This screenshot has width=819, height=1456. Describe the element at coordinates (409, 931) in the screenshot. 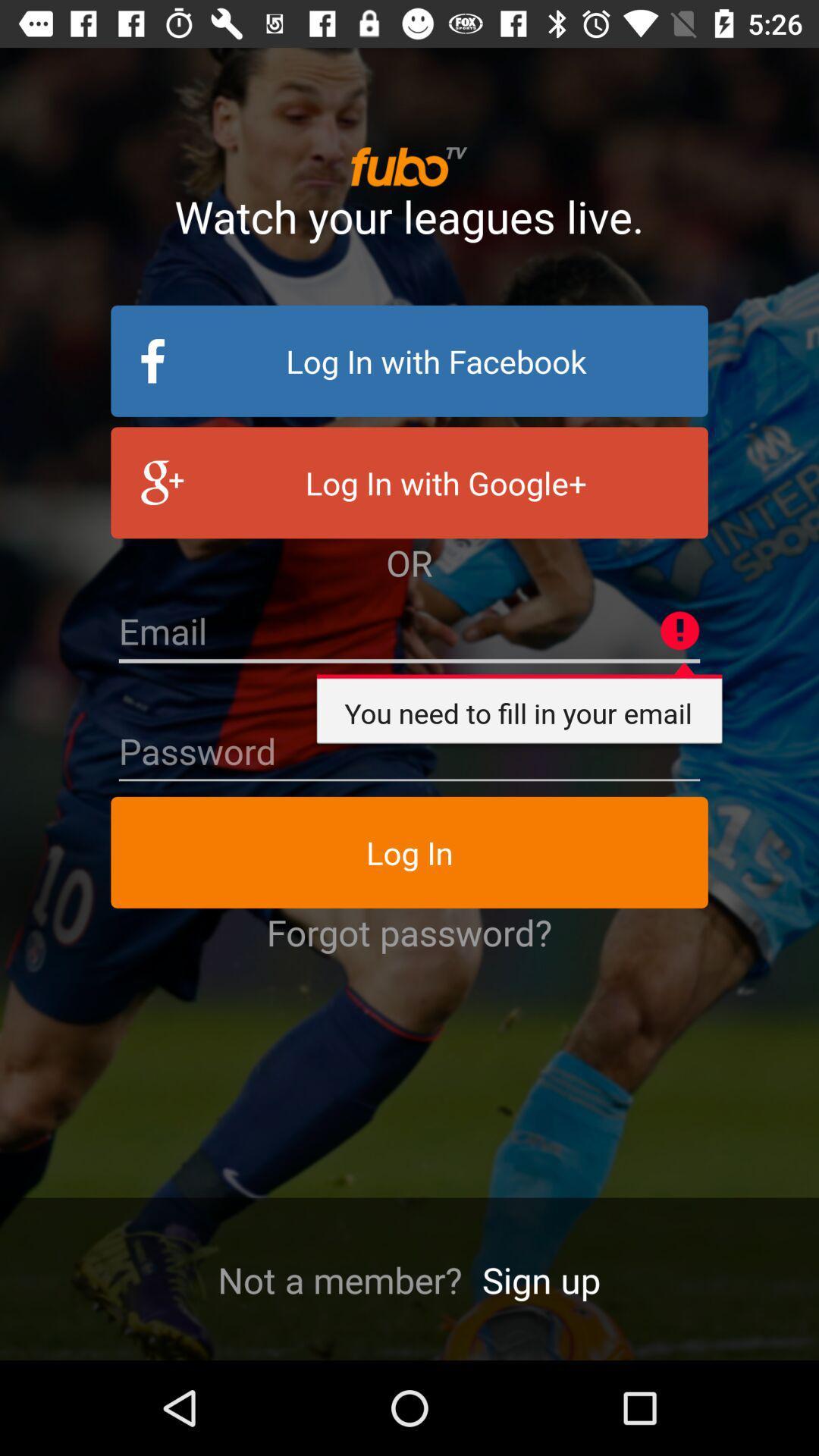

I see `the icon below log in` at that location.